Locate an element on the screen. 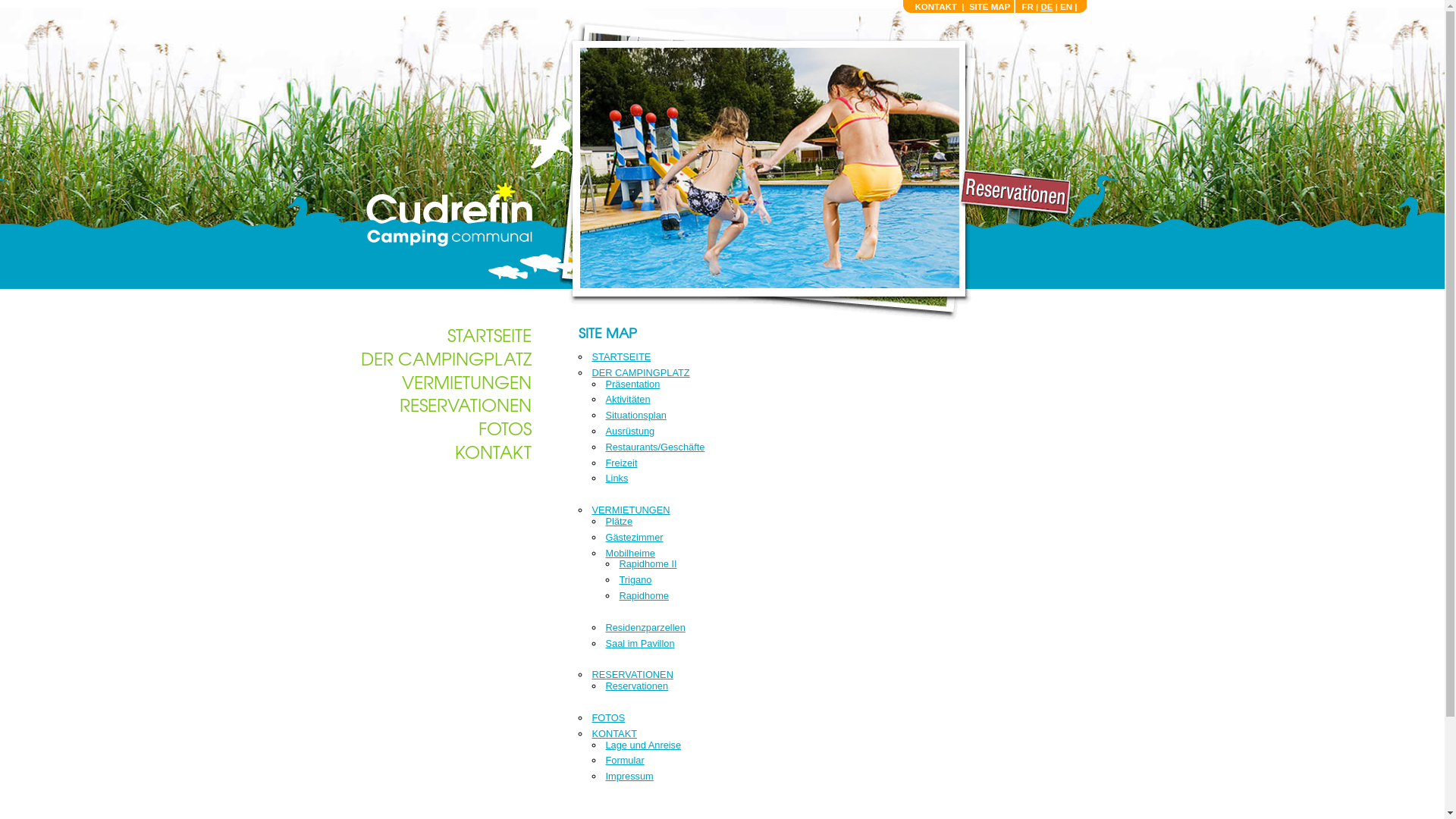 The width and height of the screenshot is (1456, 819). 'FOTOS' is located at coordinates (607, 717).